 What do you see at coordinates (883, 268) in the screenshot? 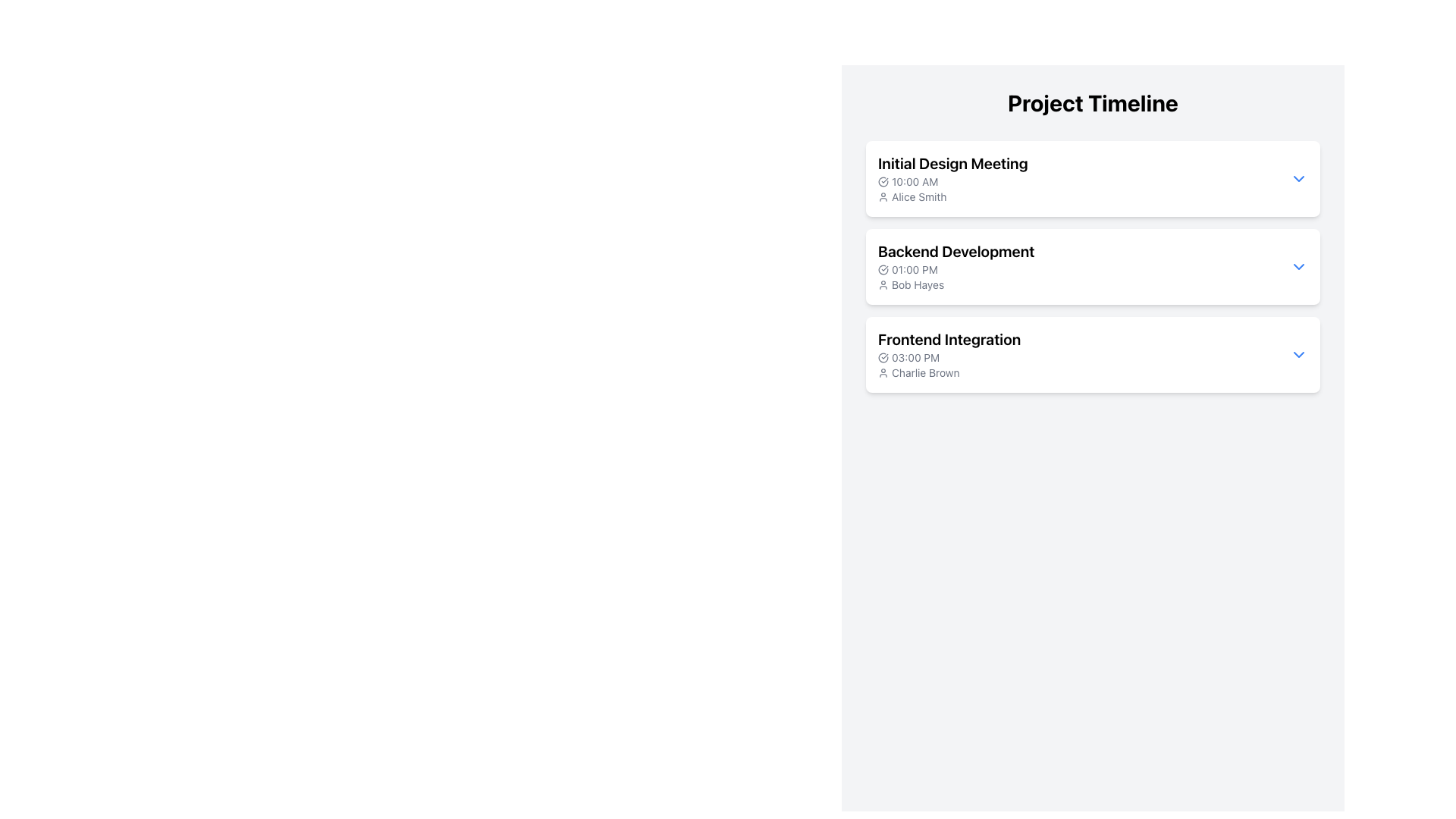
I see `the circular icon with a check mark symbol located to the left of the timestamp '01:00 PM' in the 'Backend Development' section of the vertical timeline` at bounding box center [883, 268].